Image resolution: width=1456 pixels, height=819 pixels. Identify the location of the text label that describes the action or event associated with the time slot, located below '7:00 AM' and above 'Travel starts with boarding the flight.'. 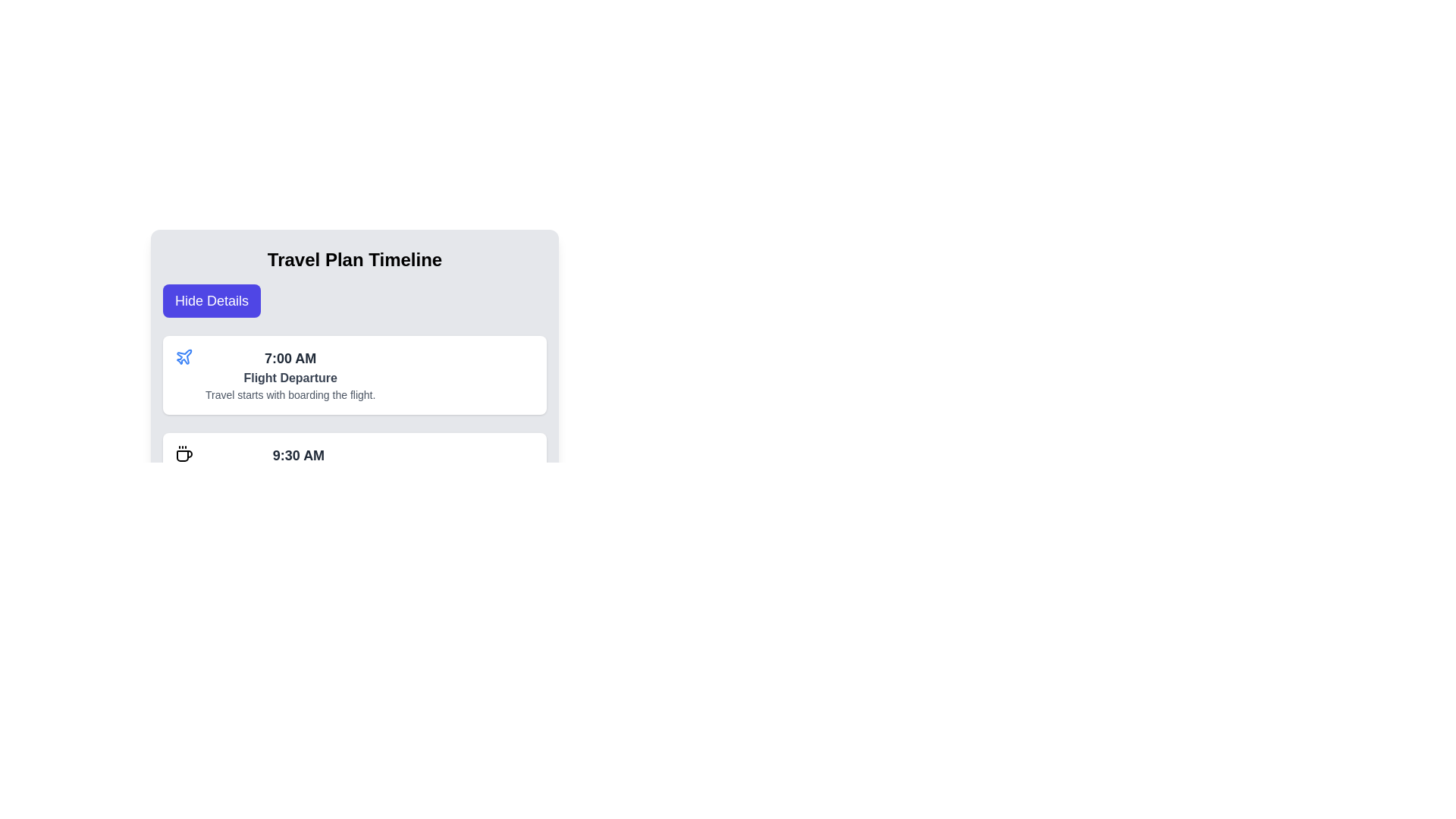
(290, 377).